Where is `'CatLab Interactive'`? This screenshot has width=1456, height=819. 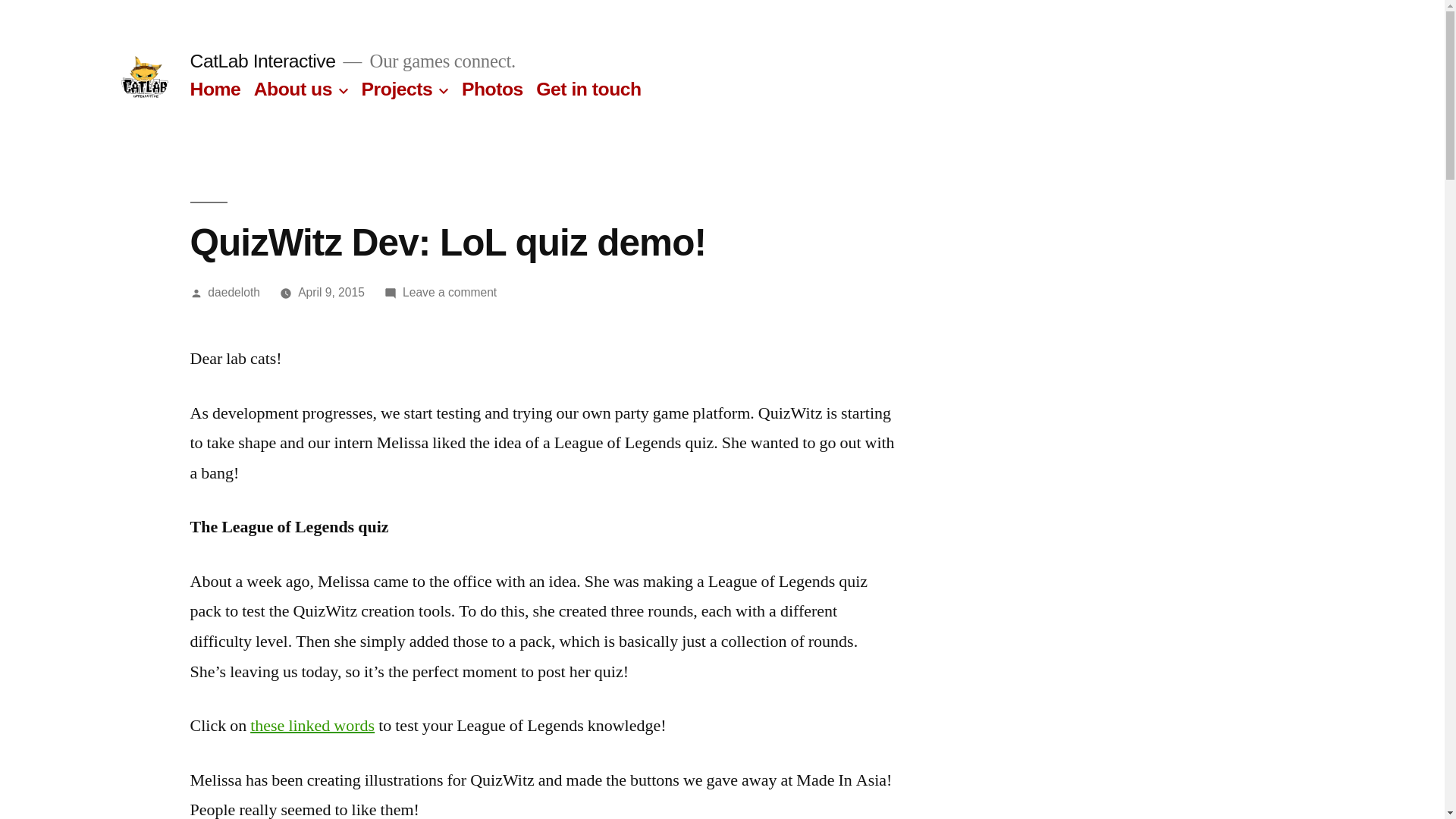
'CatLab Interactive' is located at coordinates (262, 60).